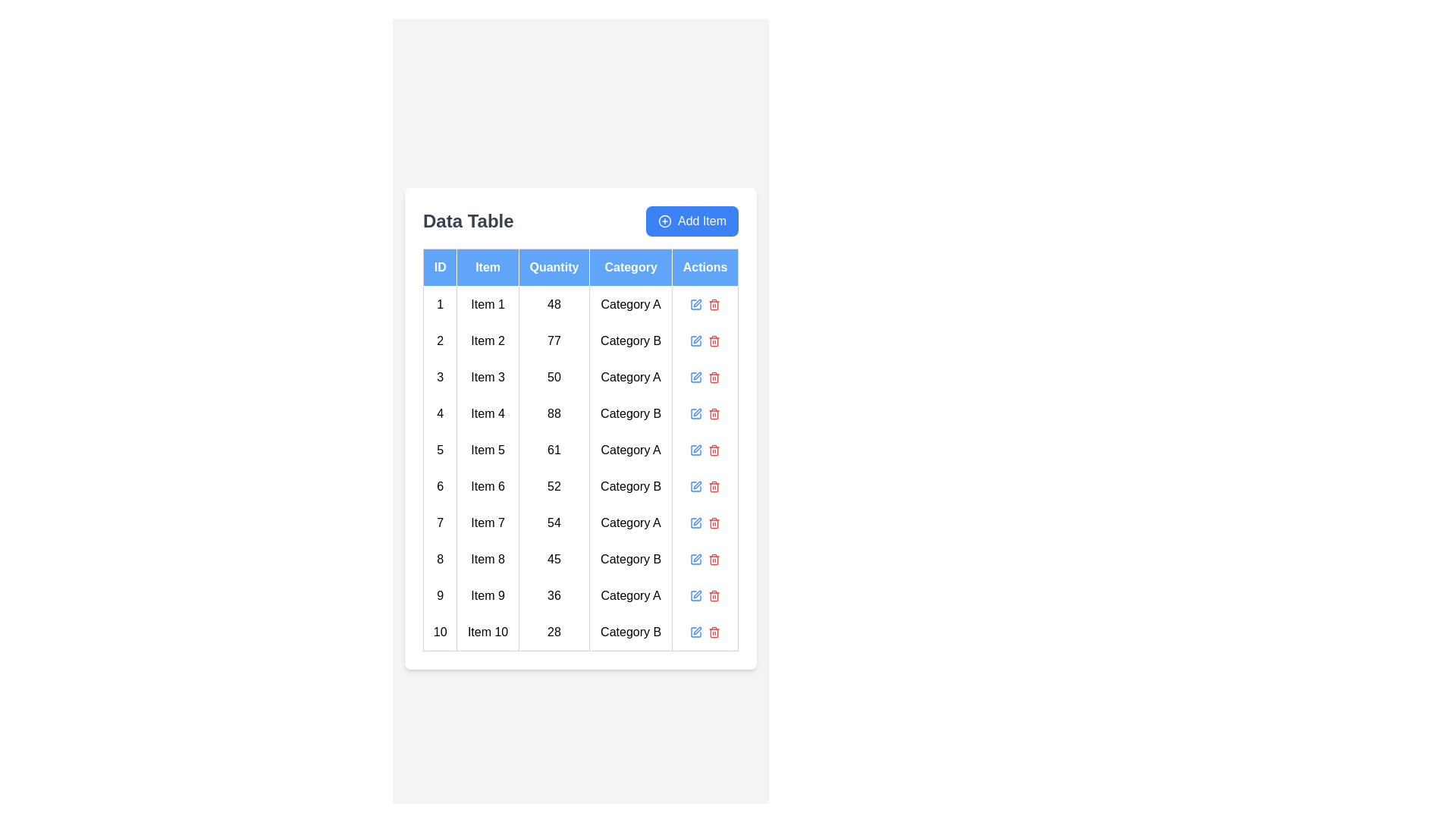  What do you see at coordinates (630, 449) in the screenshot?
I see `the text label displaying 'Category A' in the fifth row of the data table to copy or use the text` at bounding box center [630, 449].